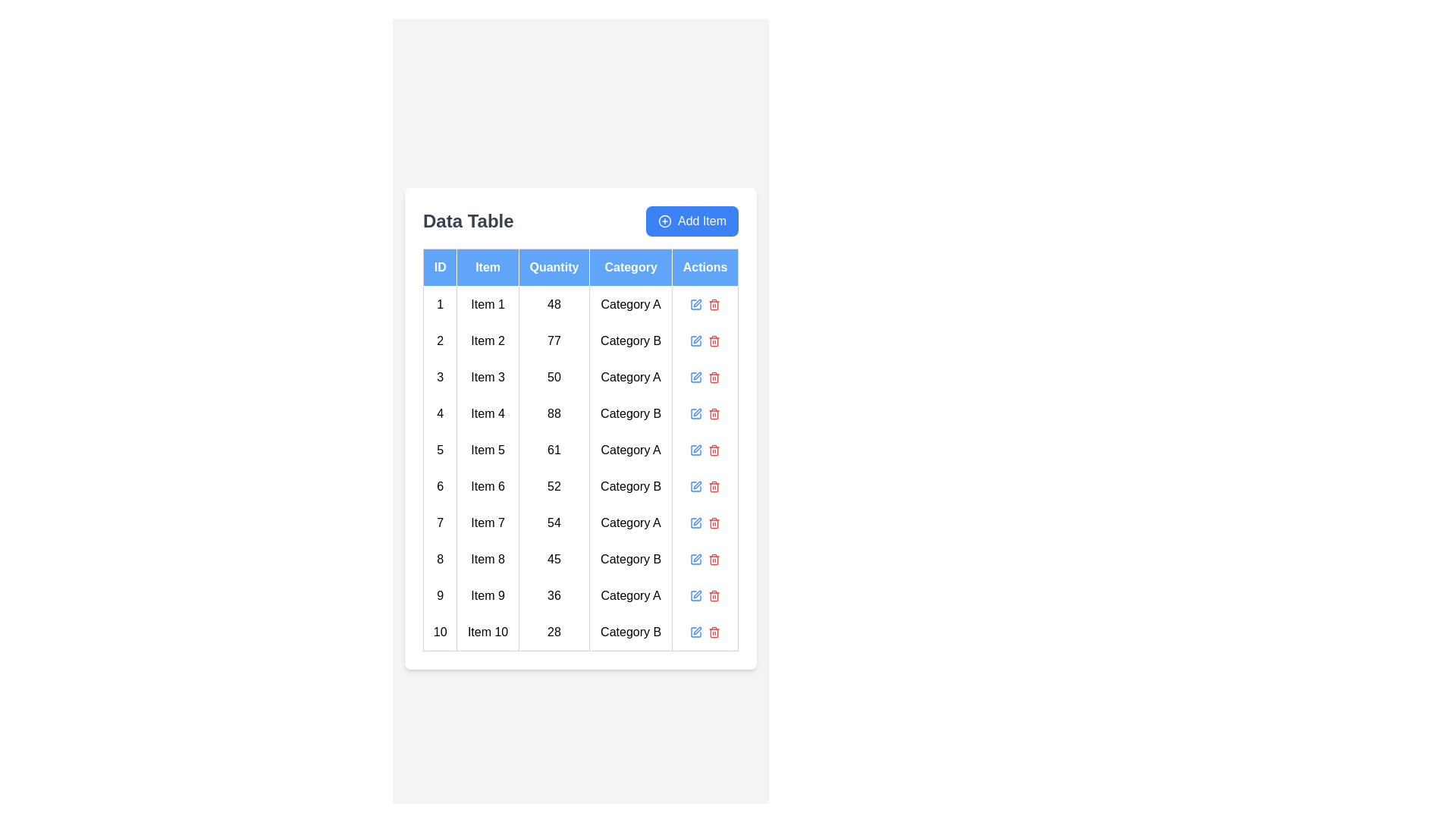  What do you see at coordinates (630, 449) in the screenshot?
I see `the text label displaying 'Category A' in the fifth row of the data table to copy or use the text` at bounding box center [630, 449].